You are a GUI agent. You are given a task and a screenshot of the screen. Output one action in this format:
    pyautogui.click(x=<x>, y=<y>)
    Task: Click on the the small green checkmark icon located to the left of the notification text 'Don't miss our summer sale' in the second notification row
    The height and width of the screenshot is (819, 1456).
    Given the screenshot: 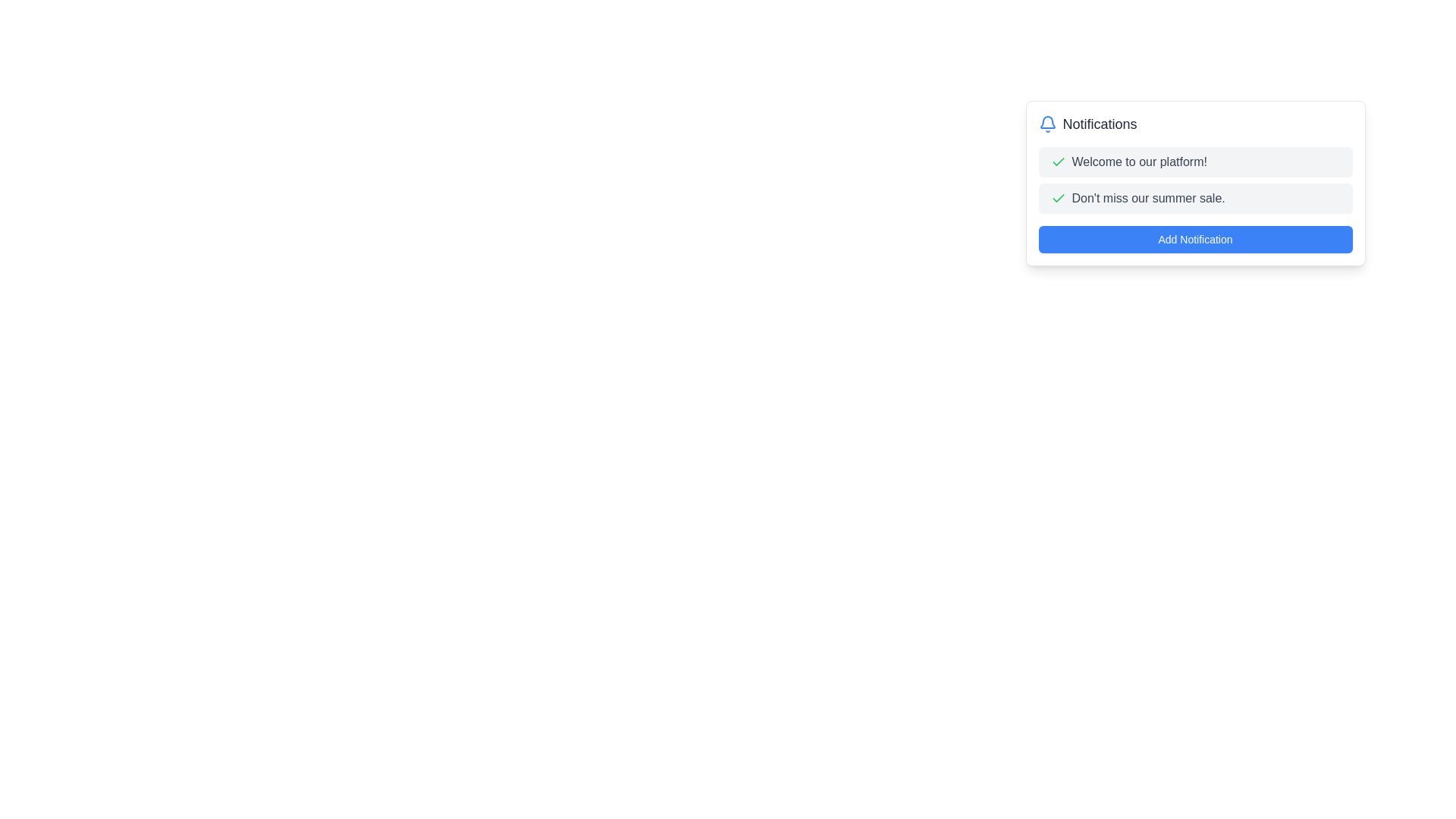 What is the action you would take?
    pyautogui.click(x=1057, y=198)
    